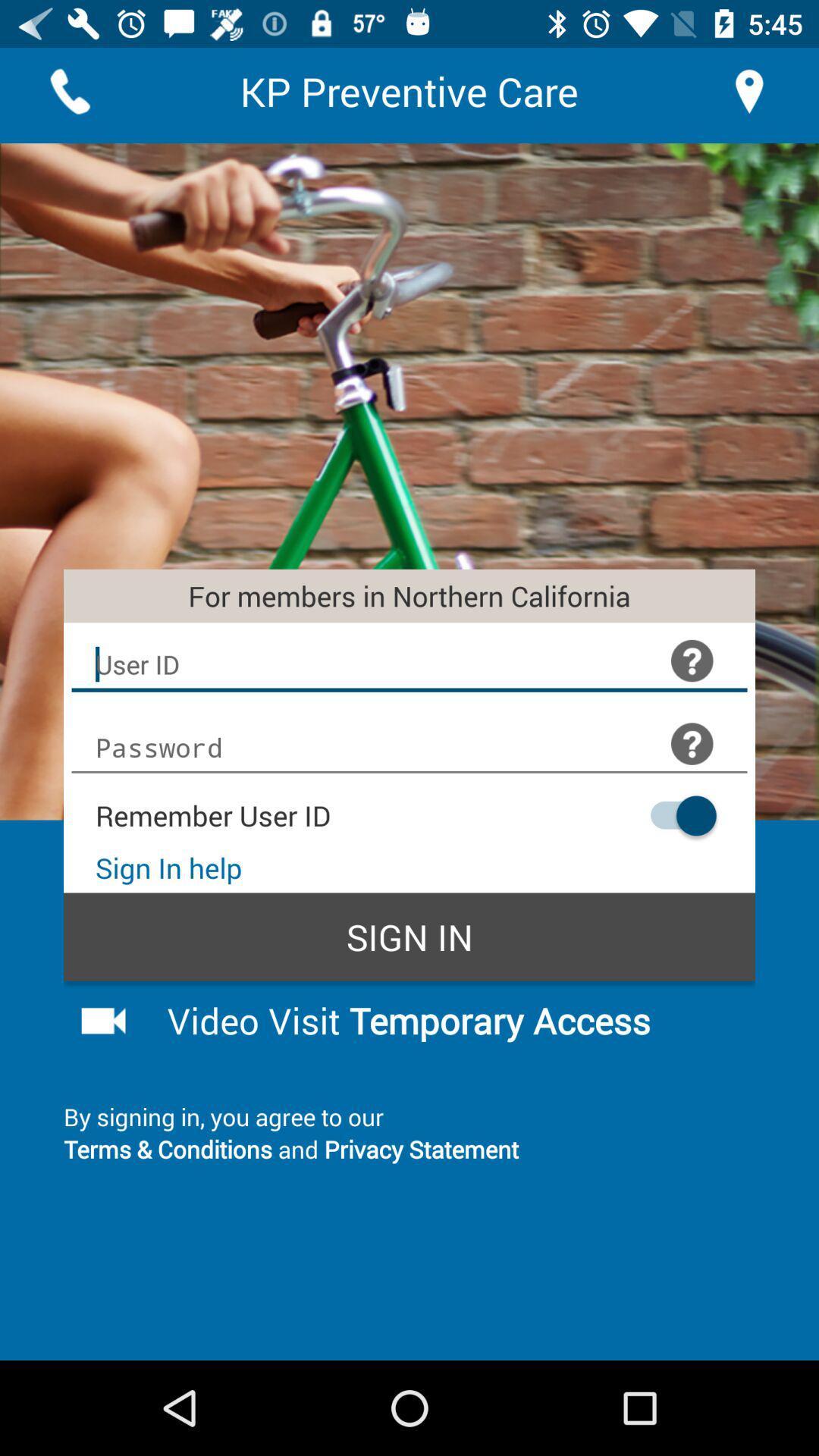 The height and width of the screenshot is (1456, 819). I want to click on video visit temporary app, so click(448, 1020).